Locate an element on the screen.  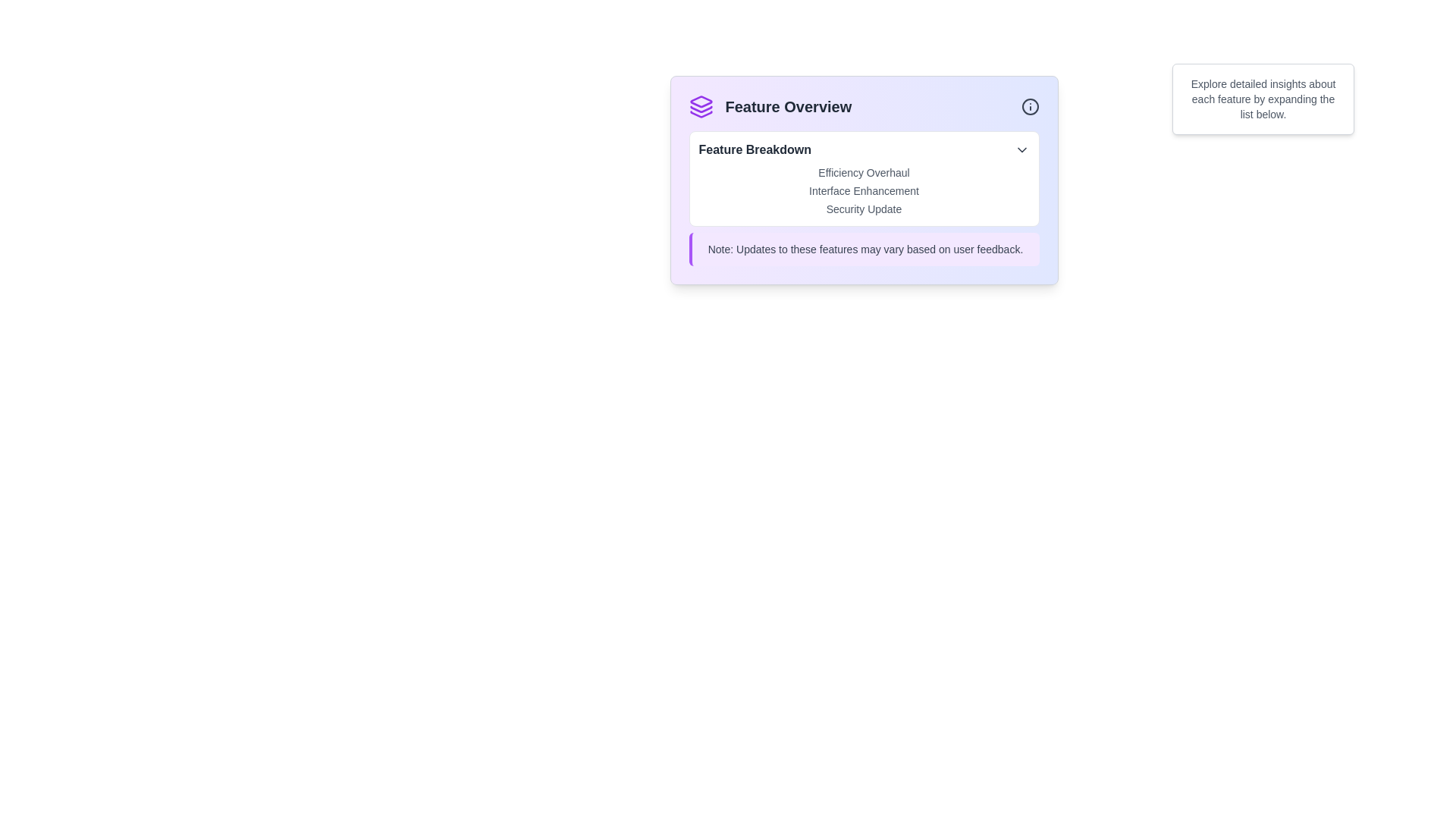
the chevron-down icon located on the right side of the 'Feature Breakdown' header is located at coordinates (1021, 149).